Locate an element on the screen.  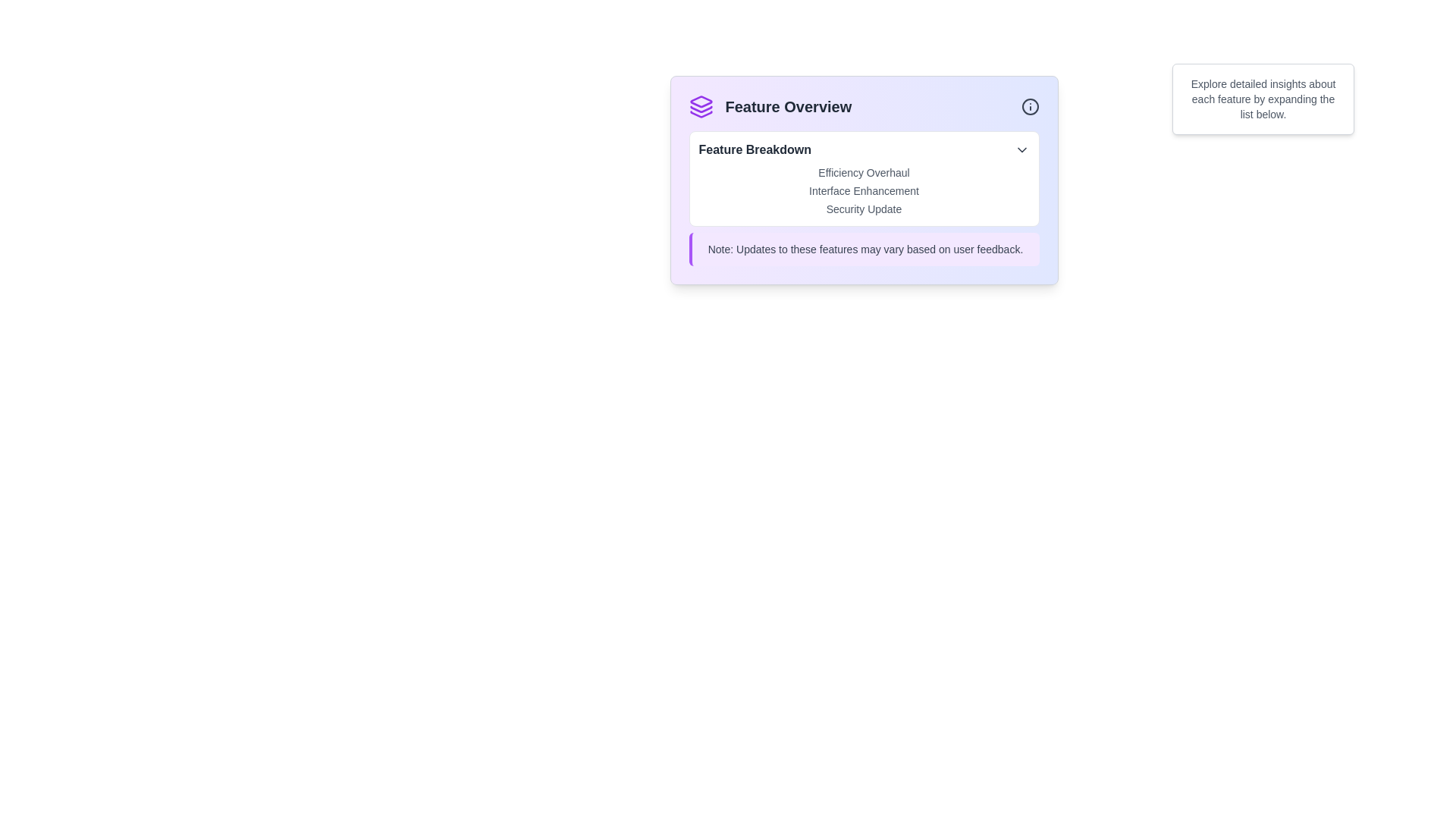
the chevron-down icon located on the right side of the 'Feature Breakdown' header is located at coordinates (1021, 149).